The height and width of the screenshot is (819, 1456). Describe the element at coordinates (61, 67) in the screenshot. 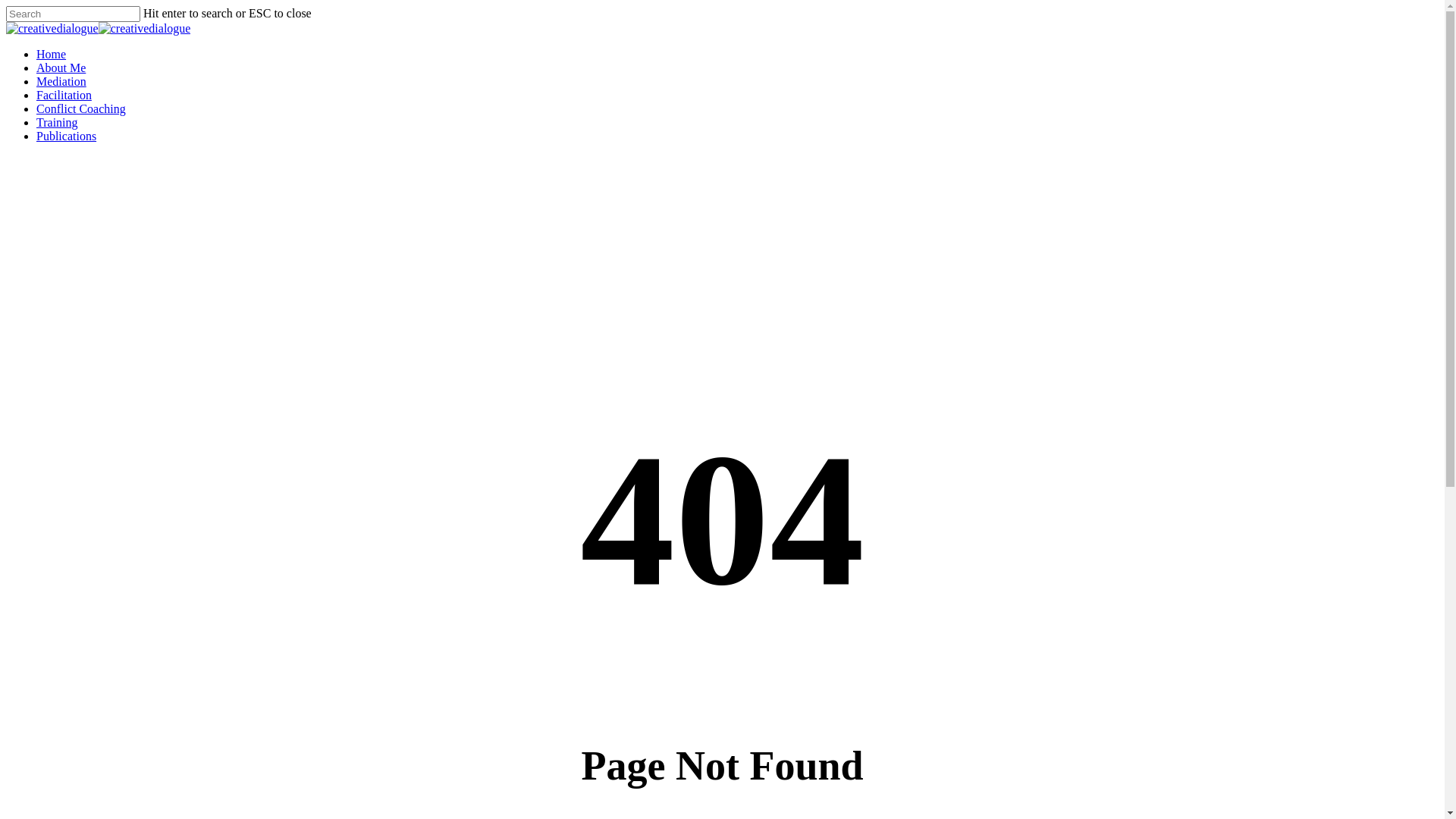

I see `'About Me'` at that location.